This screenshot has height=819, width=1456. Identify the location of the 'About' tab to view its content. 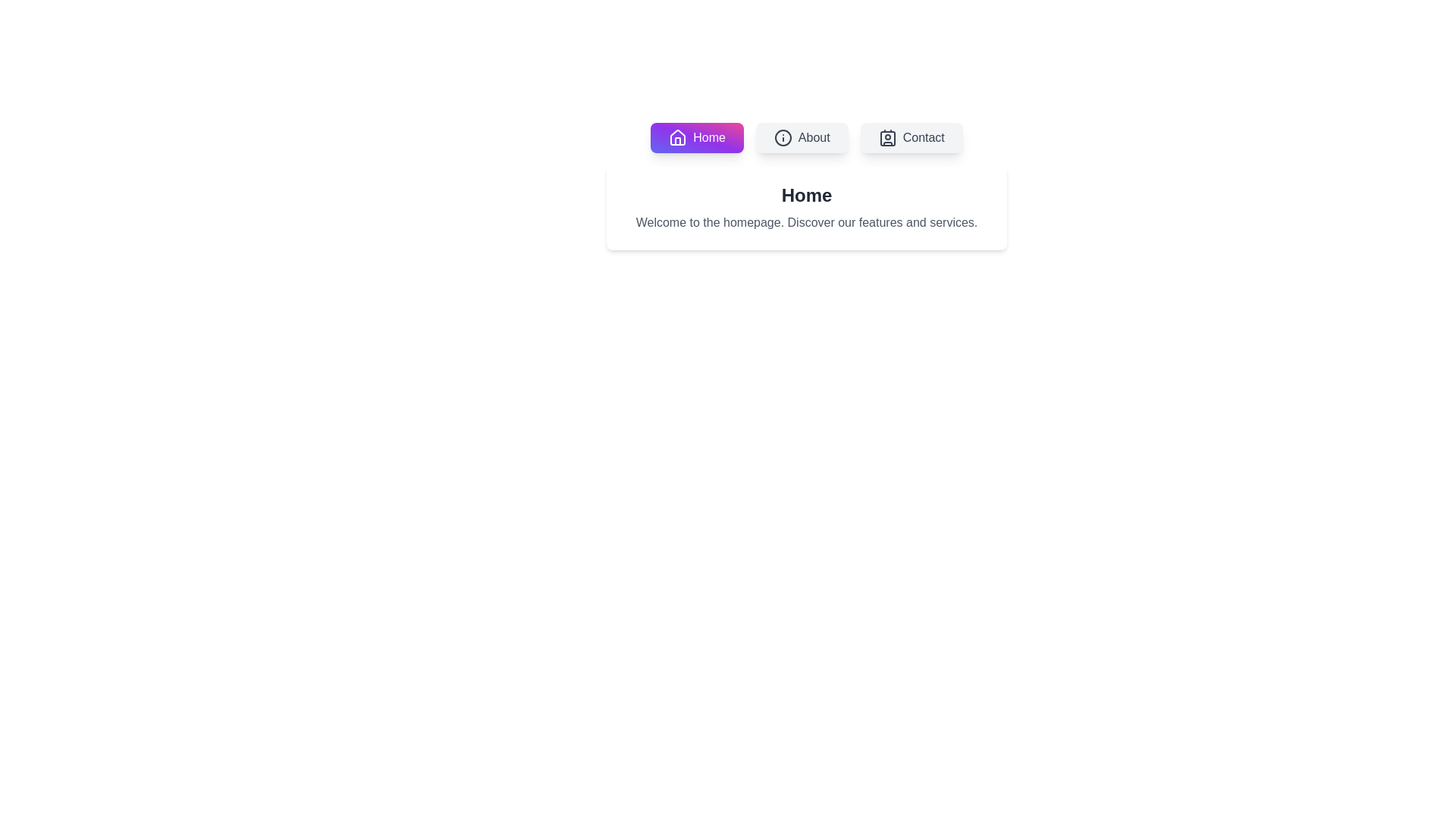
(801, 137).